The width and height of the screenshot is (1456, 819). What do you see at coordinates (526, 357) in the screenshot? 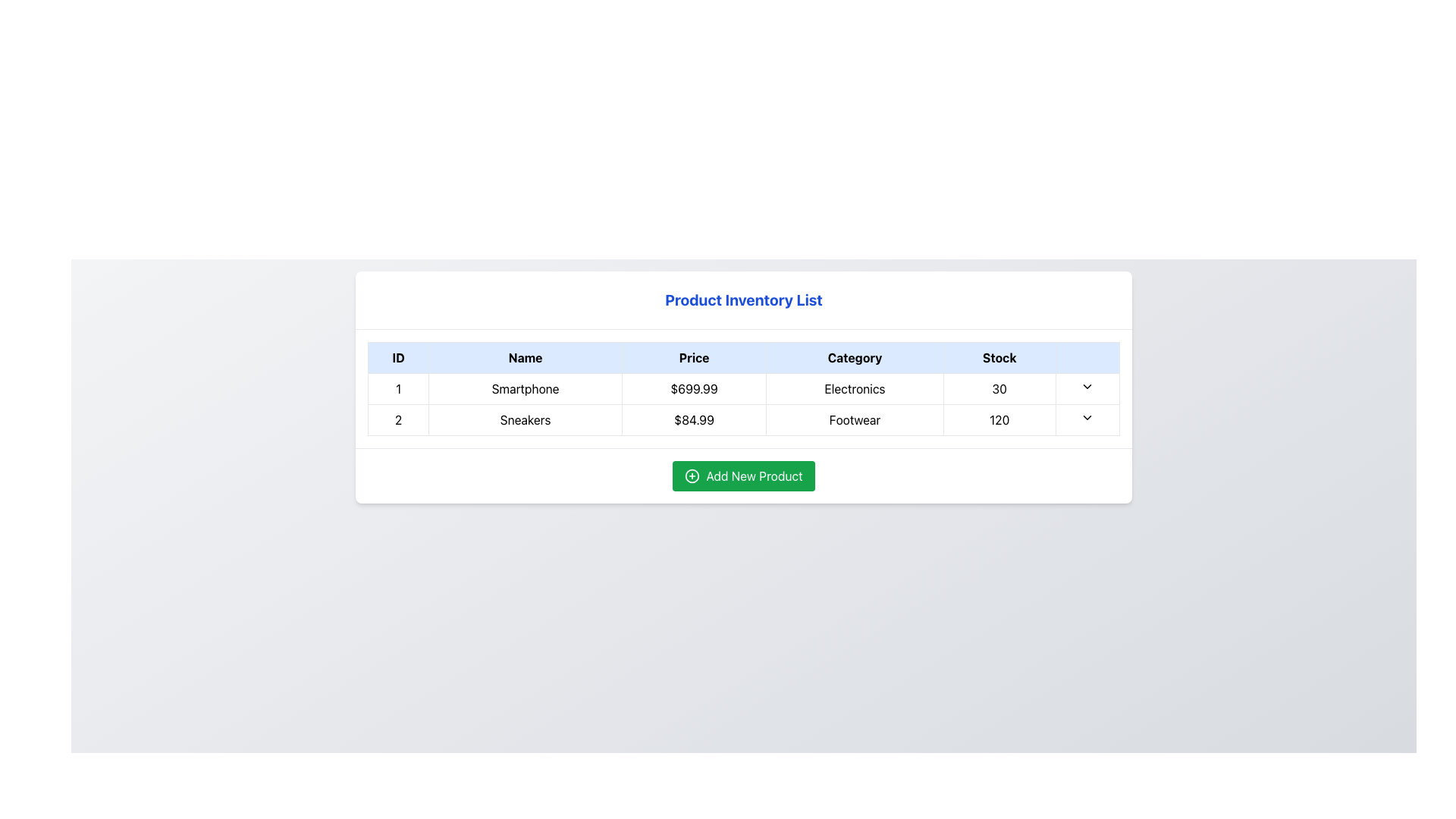
I see `the header text label for the 'Item Name' column in the inventory table` at bounding box center [526, 357].